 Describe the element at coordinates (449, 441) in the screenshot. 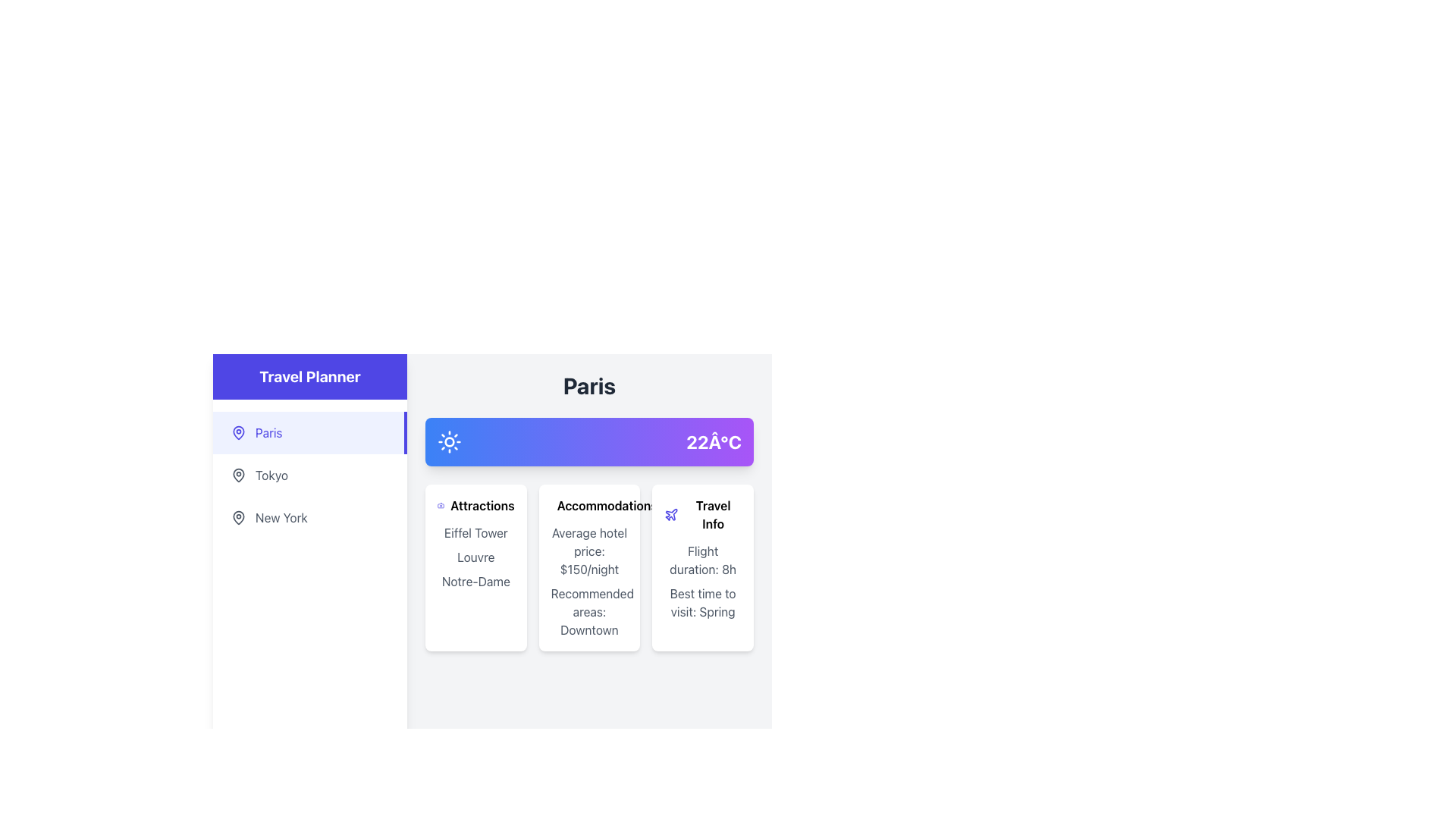

I see `the sunny weather icon located in the top center of the section, to the left of the '22°C' text, for a quick visual cue about the current weather conditions` at that location.